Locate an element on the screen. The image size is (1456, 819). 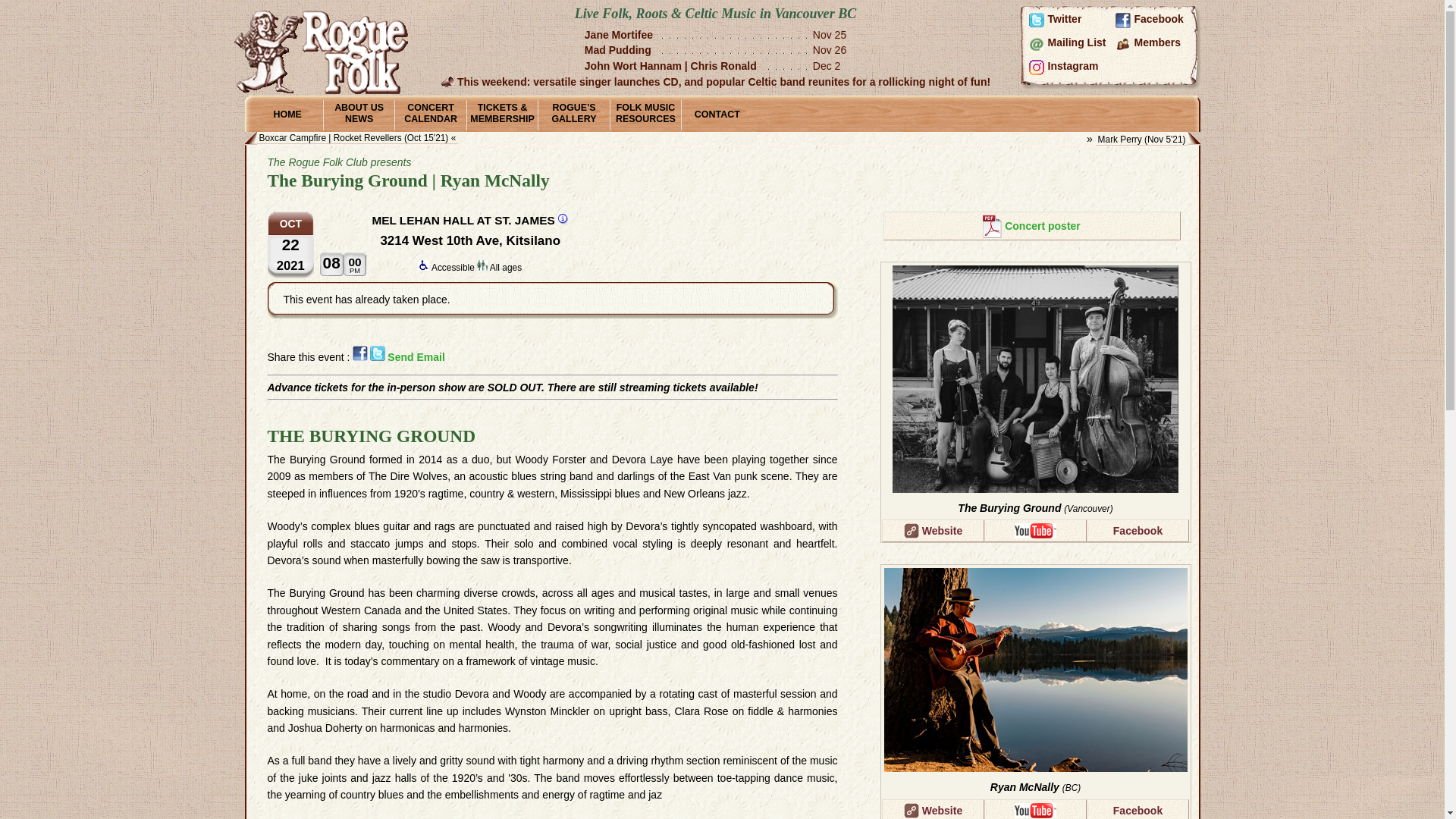
'Send Email' is located at coordinates (416, 356).